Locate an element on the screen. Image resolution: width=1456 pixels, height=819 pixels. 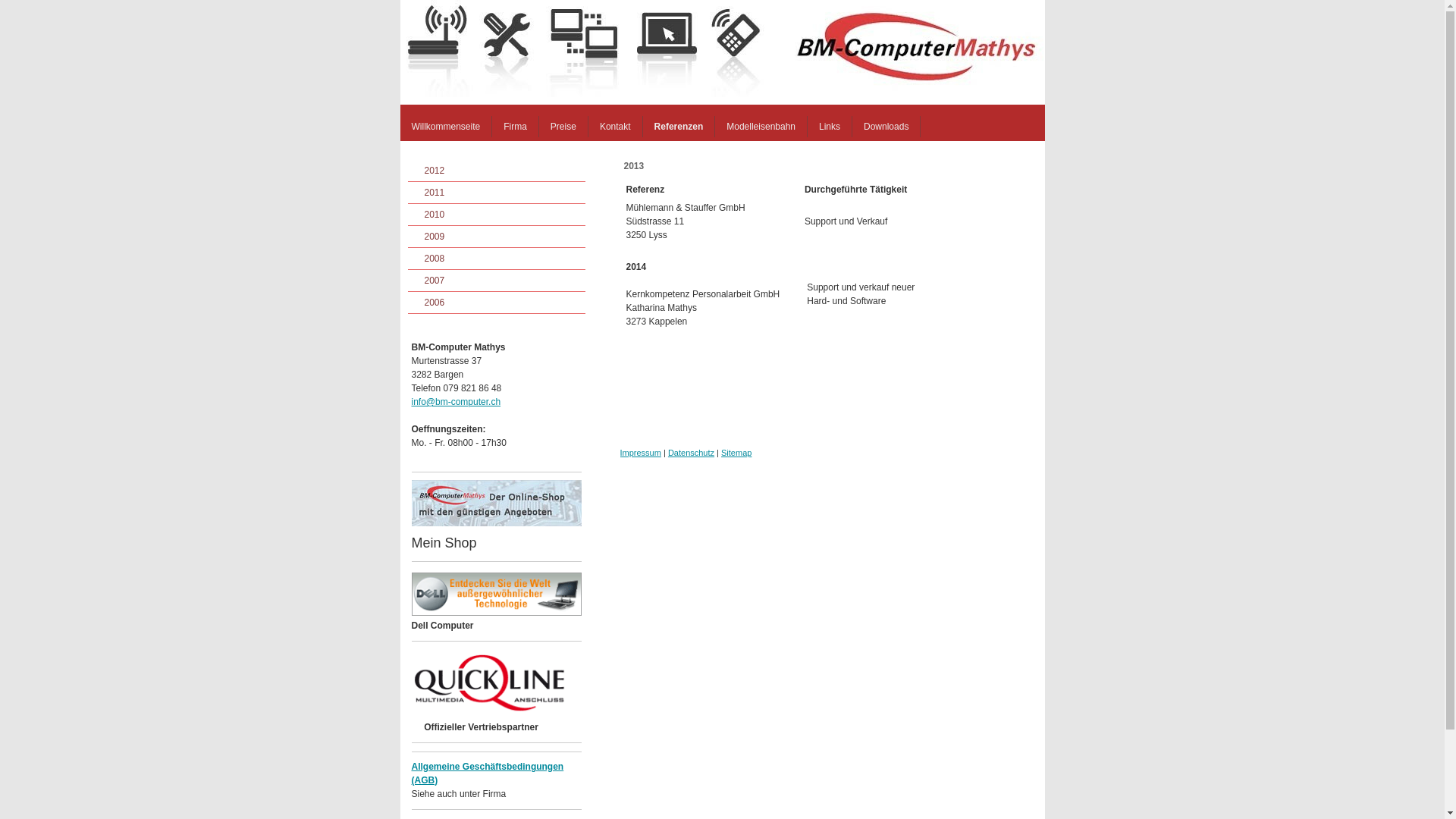
'2010' is located at coordinates (496, 215).